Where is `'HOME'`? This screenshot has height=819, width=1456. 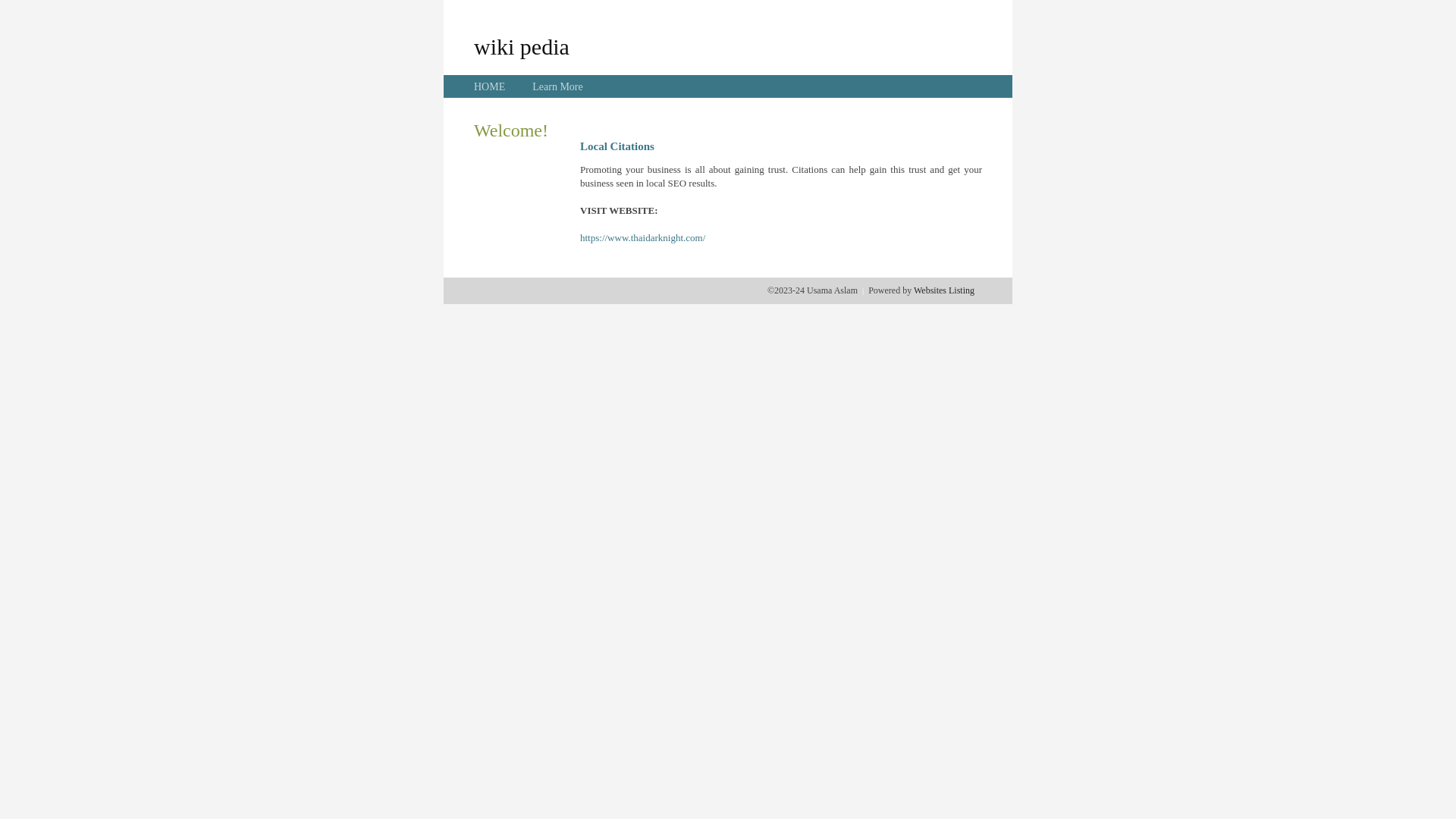 'HOME' is located at coordinates (489, 86).